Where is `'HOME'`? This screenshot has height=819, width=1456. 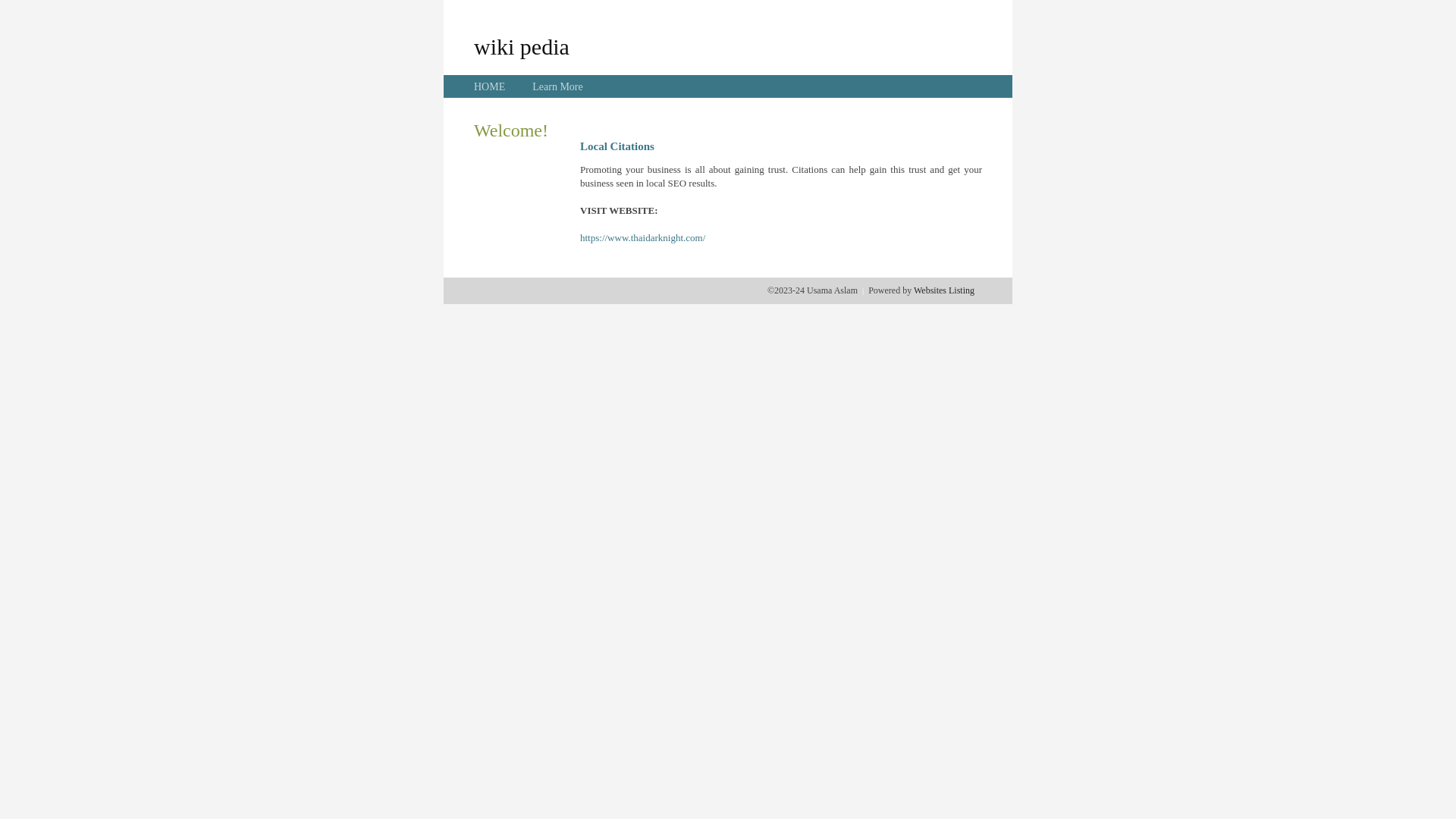 'HOME' is located at coordinates (489, 86).